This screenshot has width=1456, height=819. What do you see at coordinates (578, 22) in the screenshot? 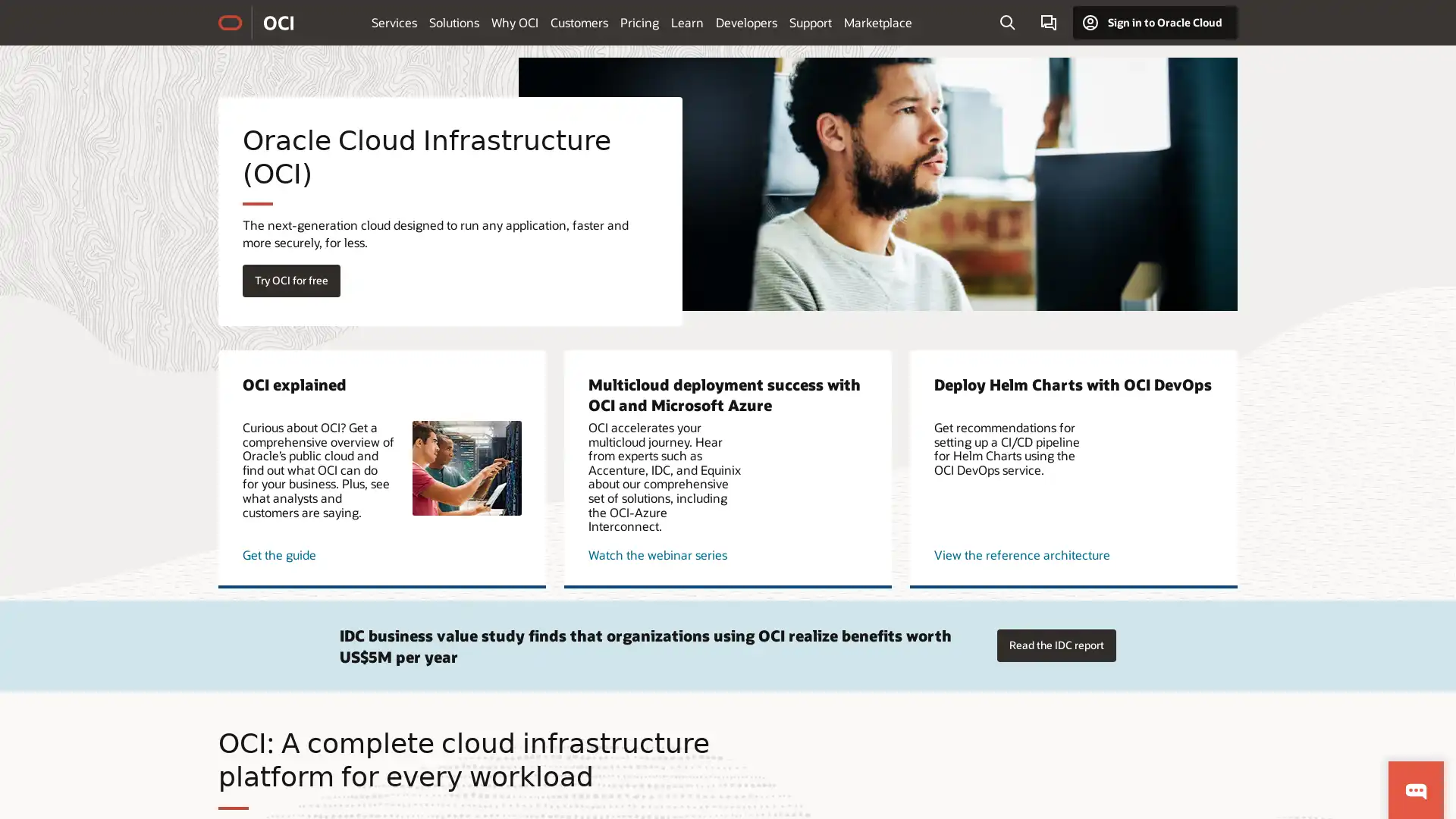
I see `Customers` at bounding box center [578, 22].